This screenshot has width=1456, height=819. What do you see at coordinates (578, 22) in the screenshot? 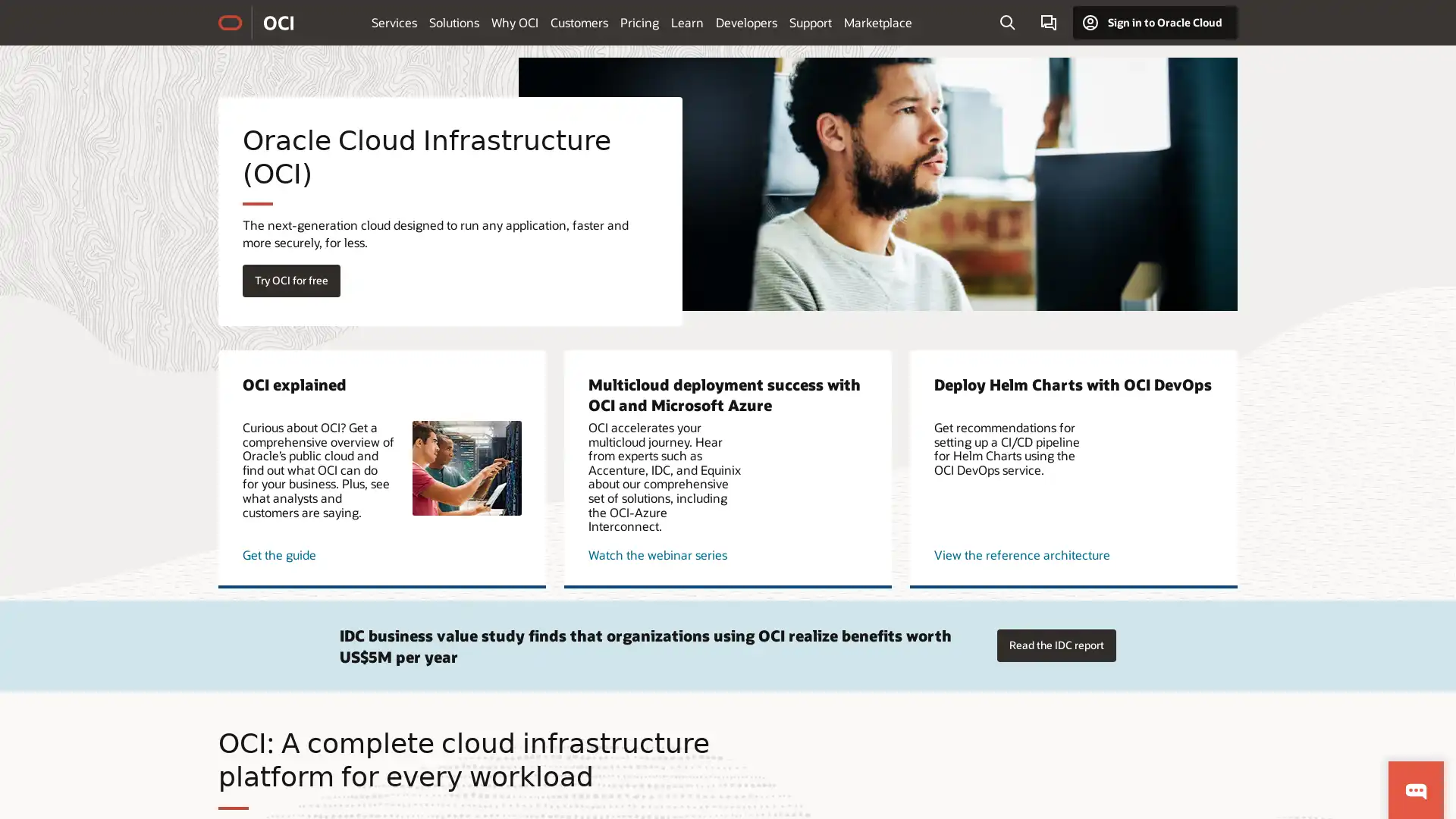
I see `Customers` at bounding box center [578, 22].